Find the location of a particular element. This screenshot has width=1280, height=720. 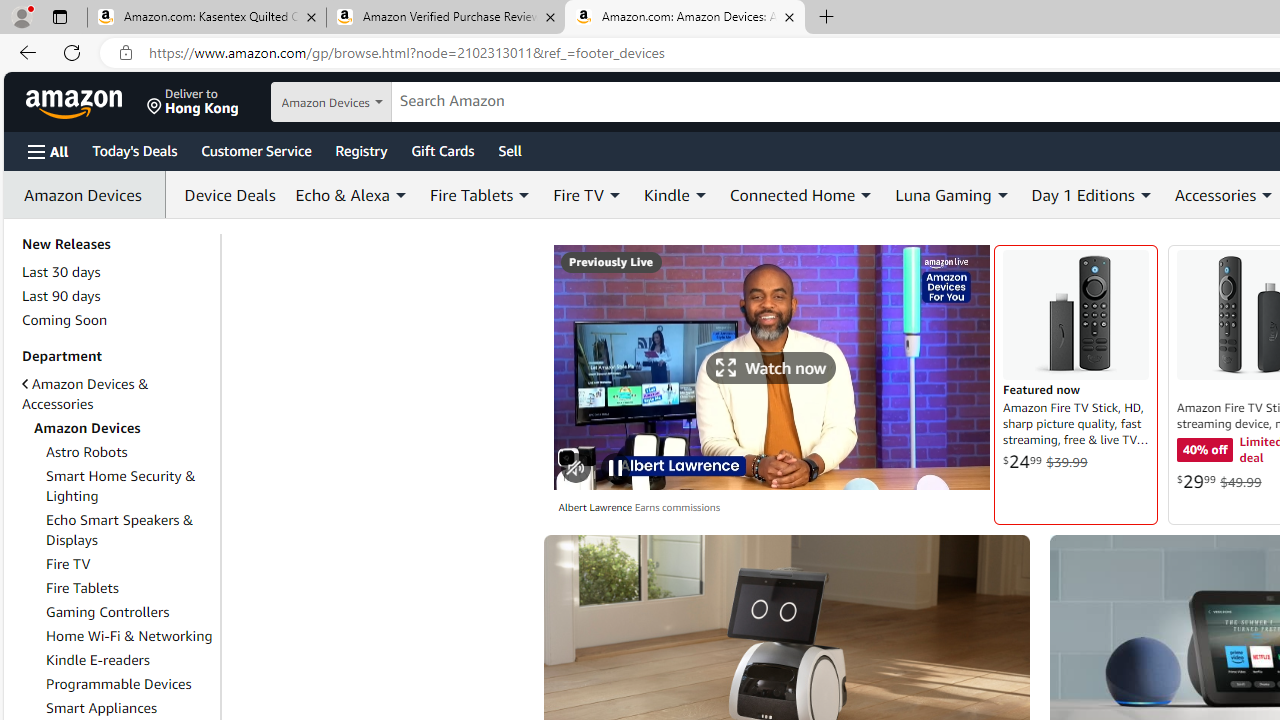

'Expand Kindle' is located at coordinates (700, 195).